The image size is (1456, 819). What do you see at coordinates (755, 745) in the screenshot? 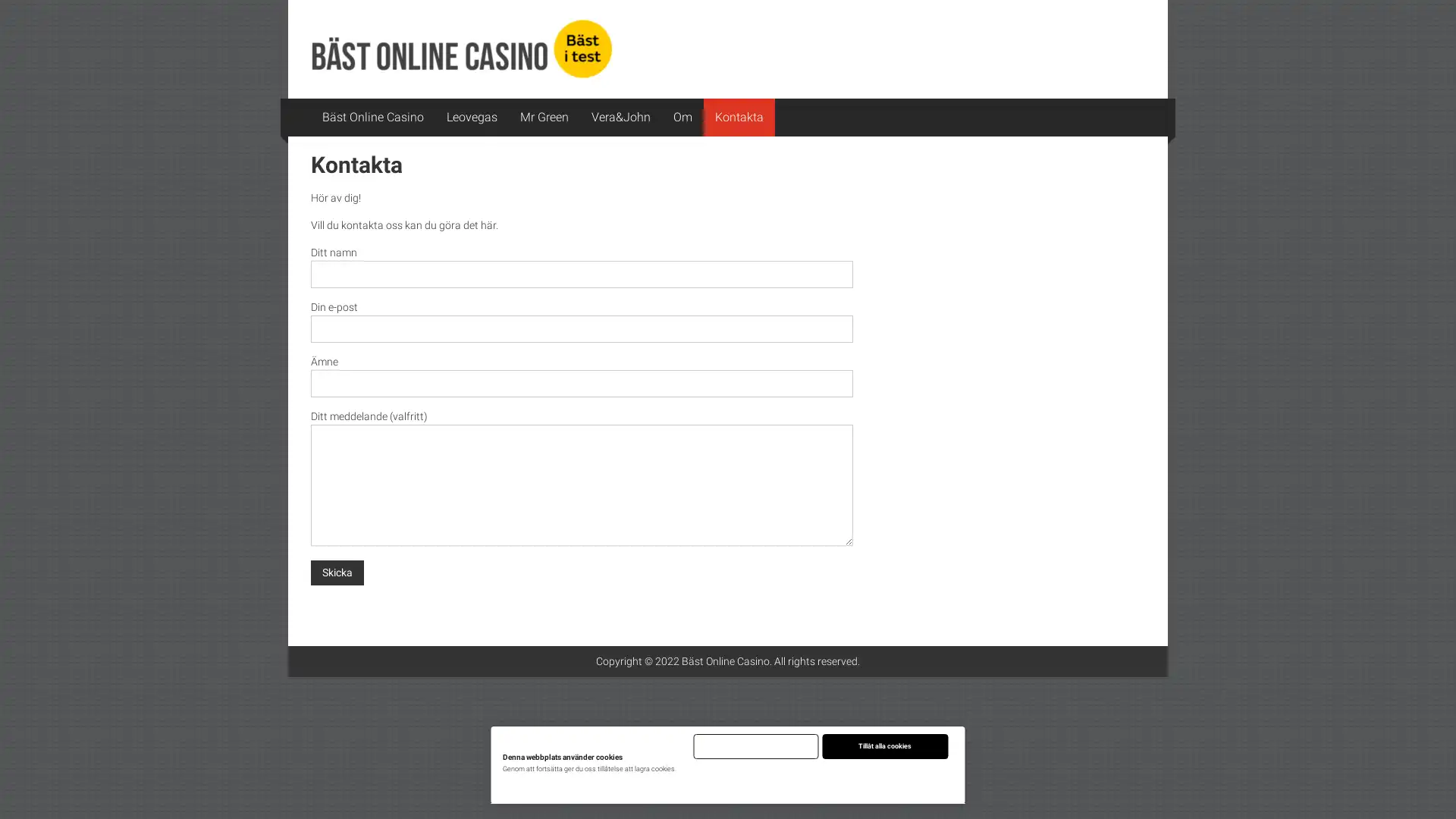
I see `Endast nodvandiga` at bounding box center [755, 745].